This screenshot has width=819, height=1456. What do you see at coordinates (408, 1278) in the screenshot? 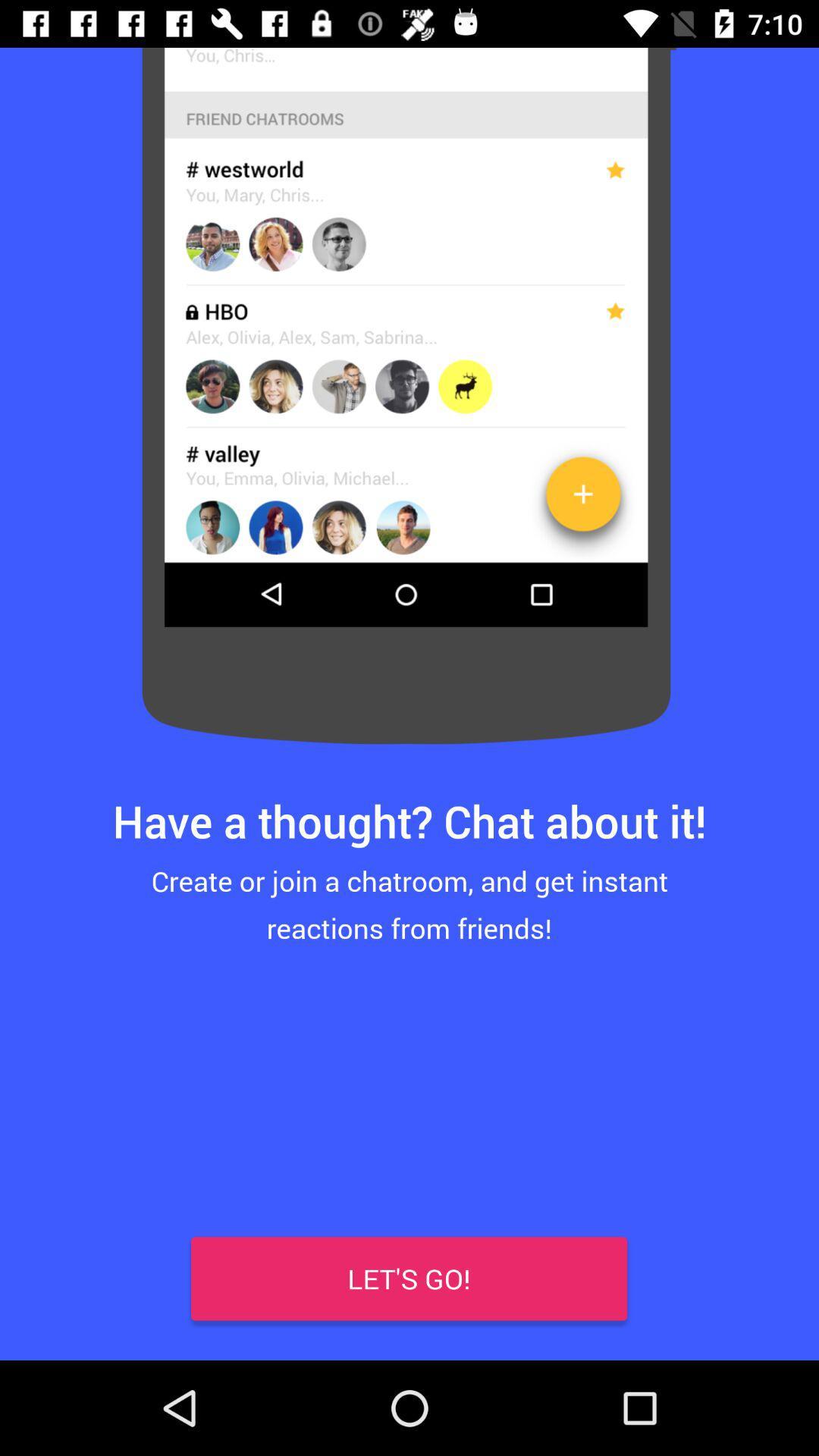
I see `the let's go! item` at bounding box center [408, 1278].